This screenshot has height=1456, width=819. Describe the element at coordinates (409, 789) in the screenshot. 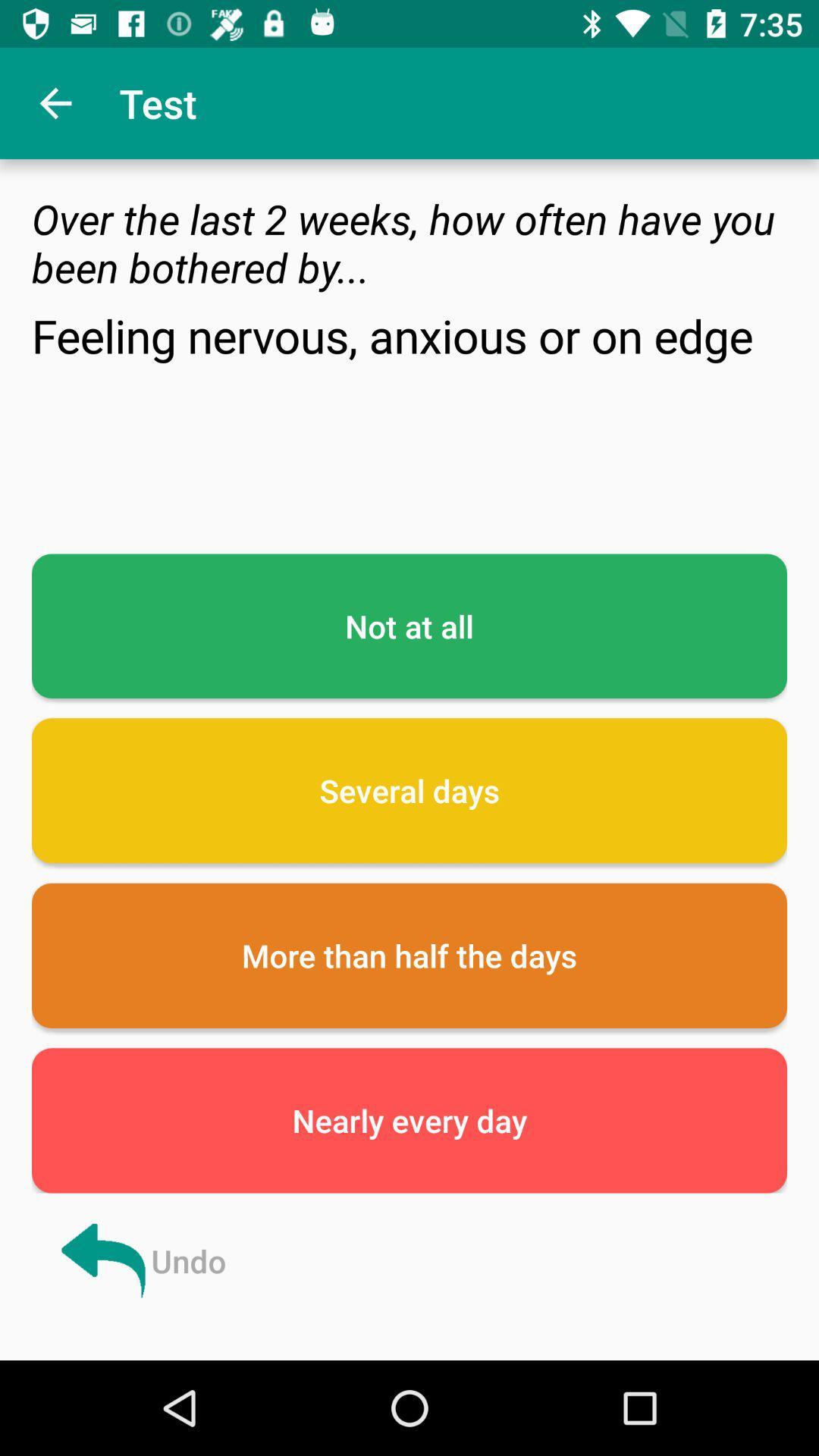

I see `icon below the not at all icon` at that location.